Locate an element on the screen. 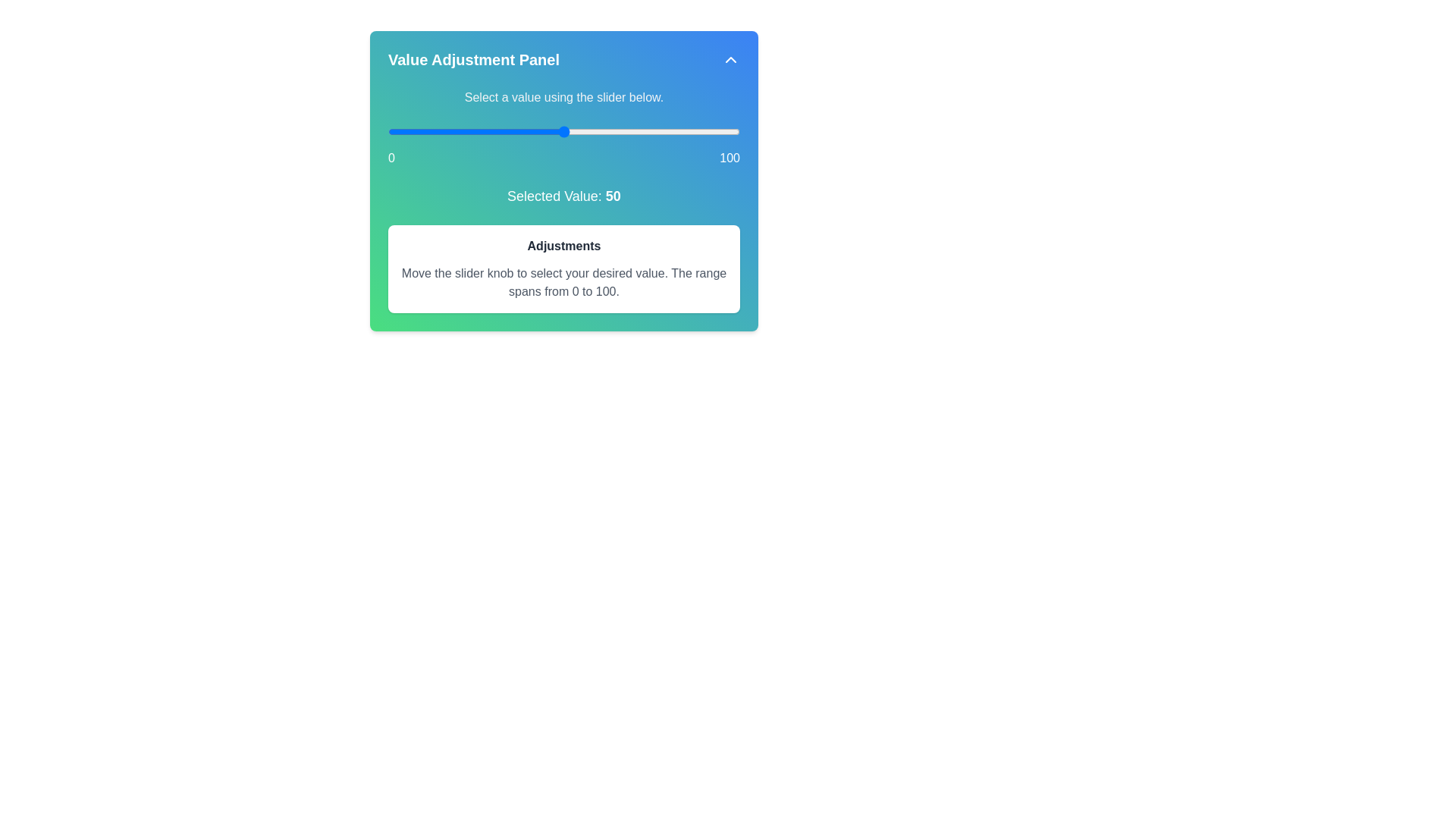 The image size is (1456, 819). the text labels indicating the minimum and maximum values (0 and 100) of the slider range, positioned directly below the slider track in the Value Adjustment Panel is located at coordinates (563, 158).